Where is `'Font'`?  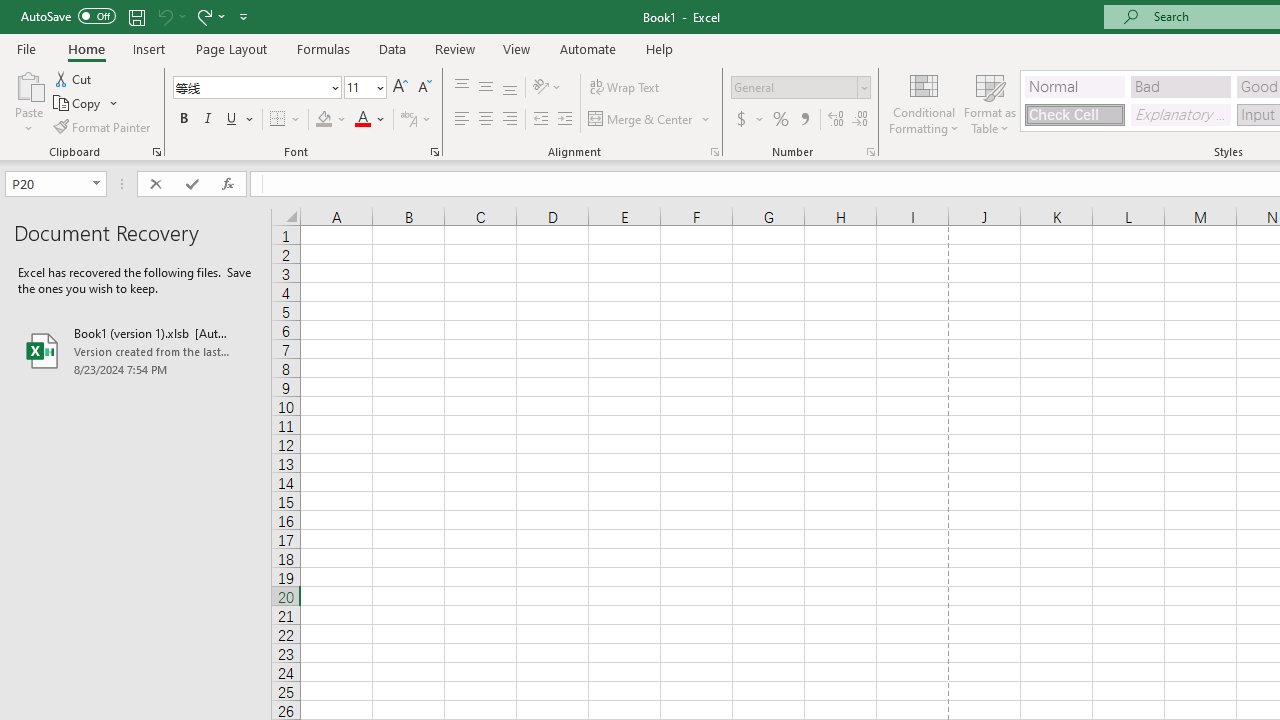 'Font' is located at coordinates (249, 86).